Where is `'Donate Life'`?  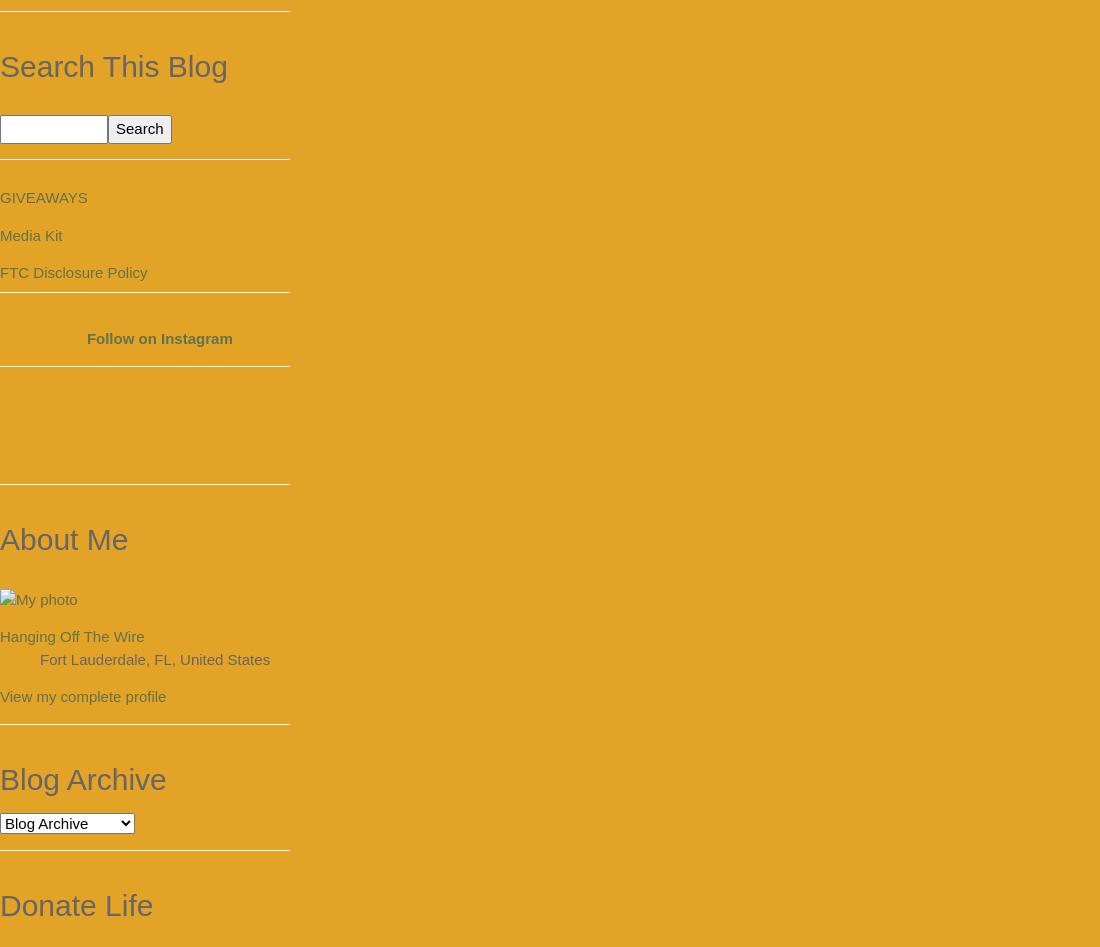
'Donate Life' is located at coordinates (0, 904).